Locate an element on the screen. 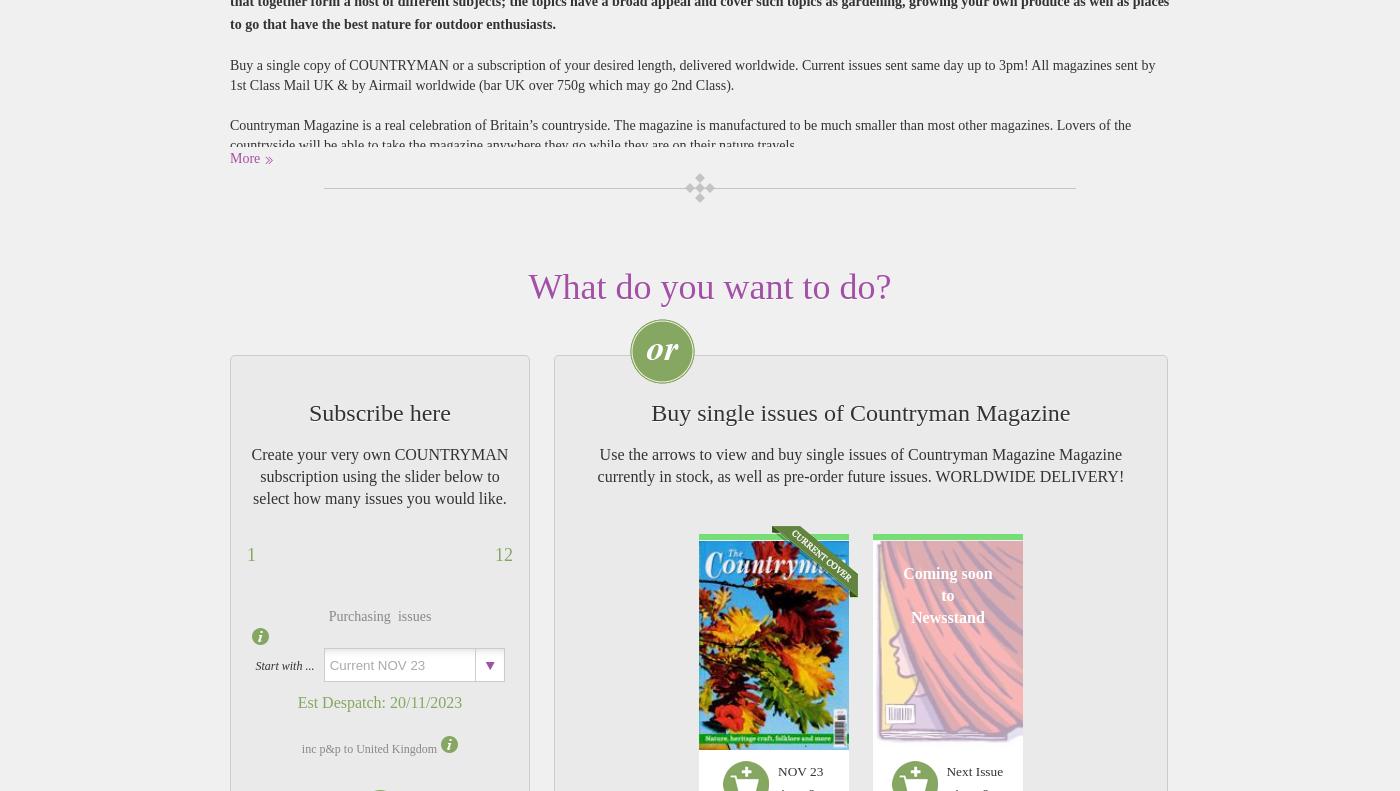 Image resolution: width=1400 pixels, height=791 pixels. 'to' is located at coordinates (946, 594).